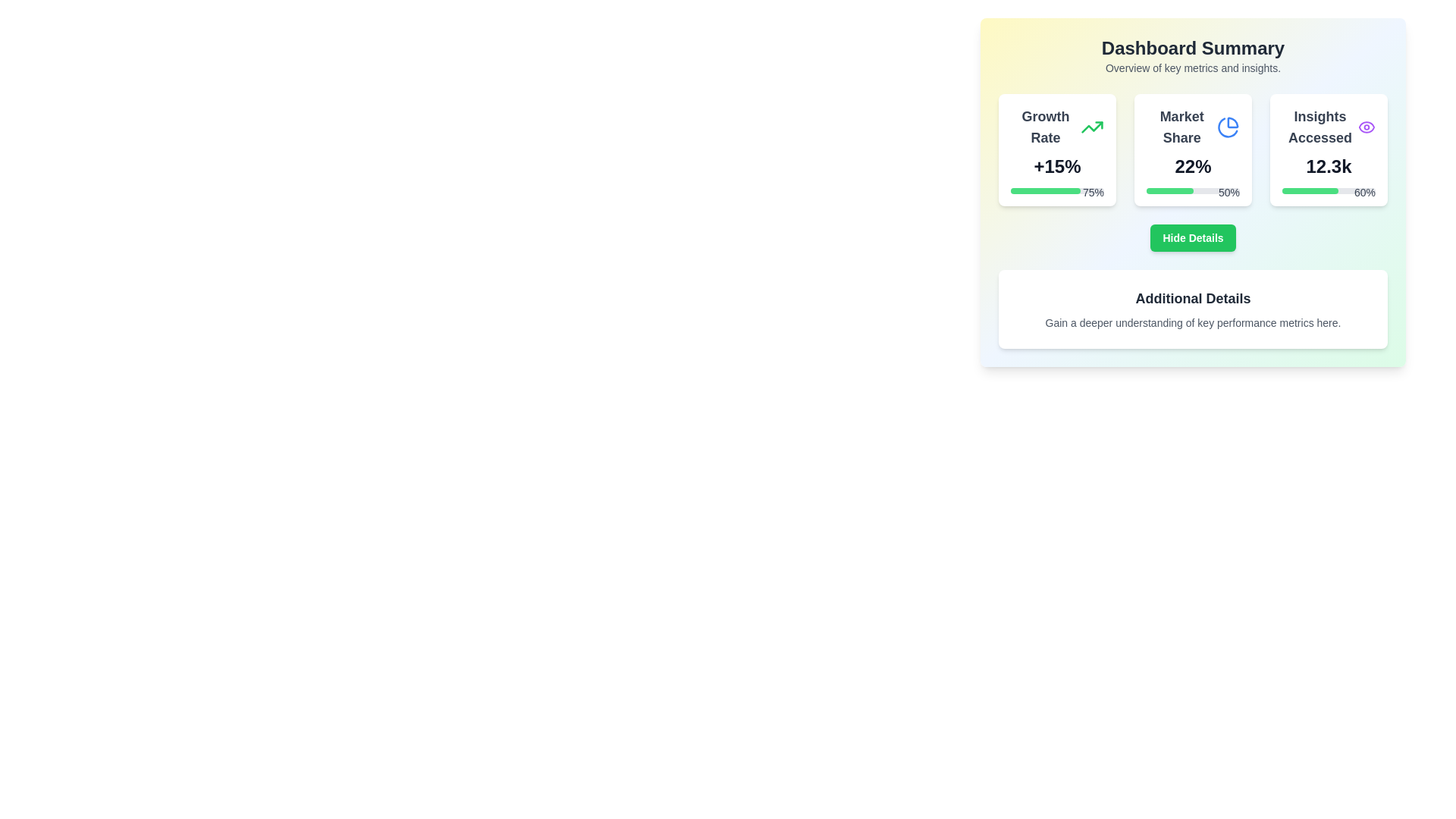 The height and width of the screenshot is (819, 1456). What do you see at coordinates (1228, 127) in the screenshot?
I see `the pie chart icon with a blue outline and white background located in the upper right corner of the 'Market Share' card next to the title text 'Market Share'` at bounding box center [1228, 127].